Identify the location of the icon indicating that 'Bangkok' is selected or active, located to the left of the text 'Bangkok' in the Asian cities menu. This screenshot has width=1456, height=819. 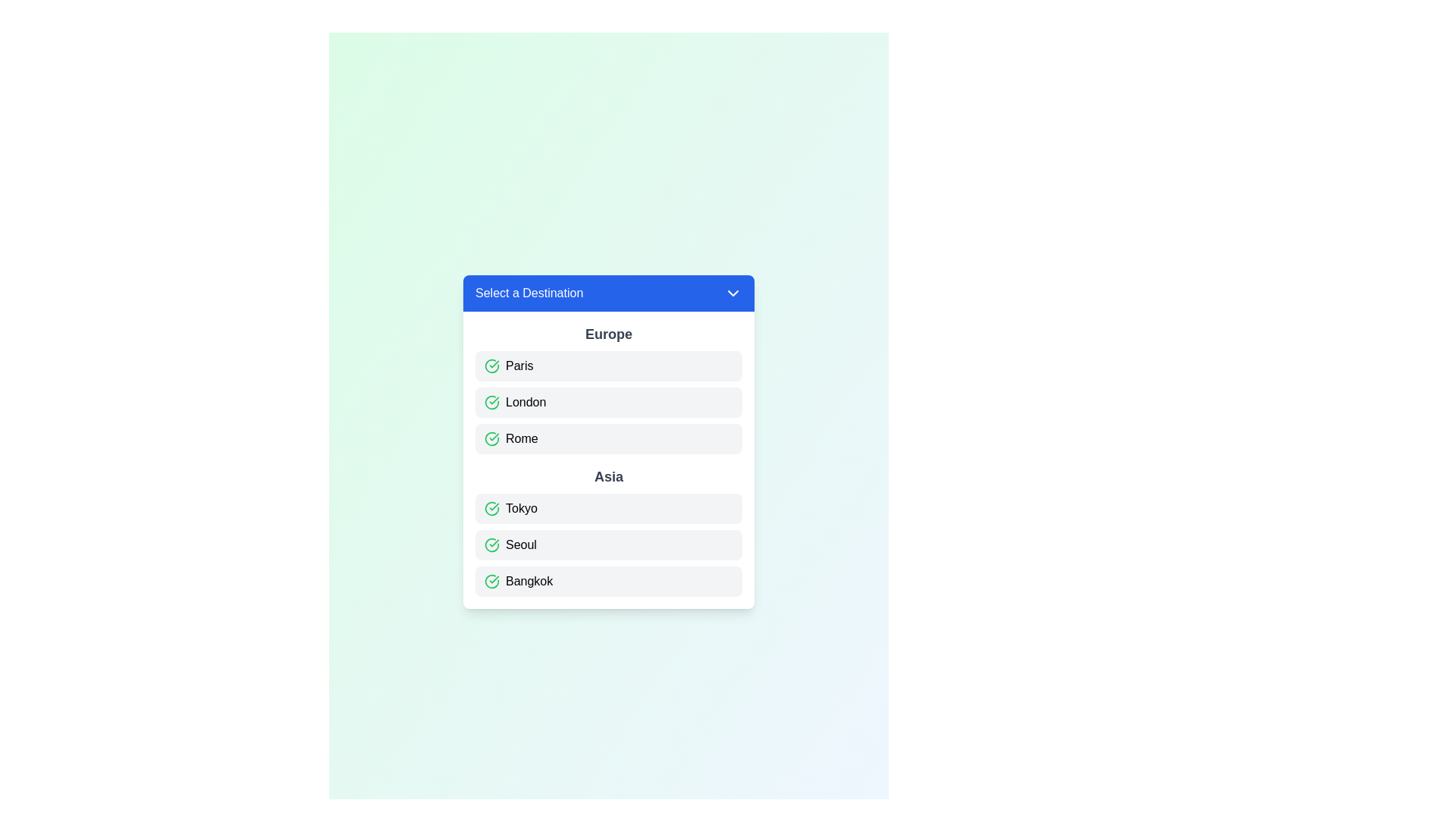
(491, 581).